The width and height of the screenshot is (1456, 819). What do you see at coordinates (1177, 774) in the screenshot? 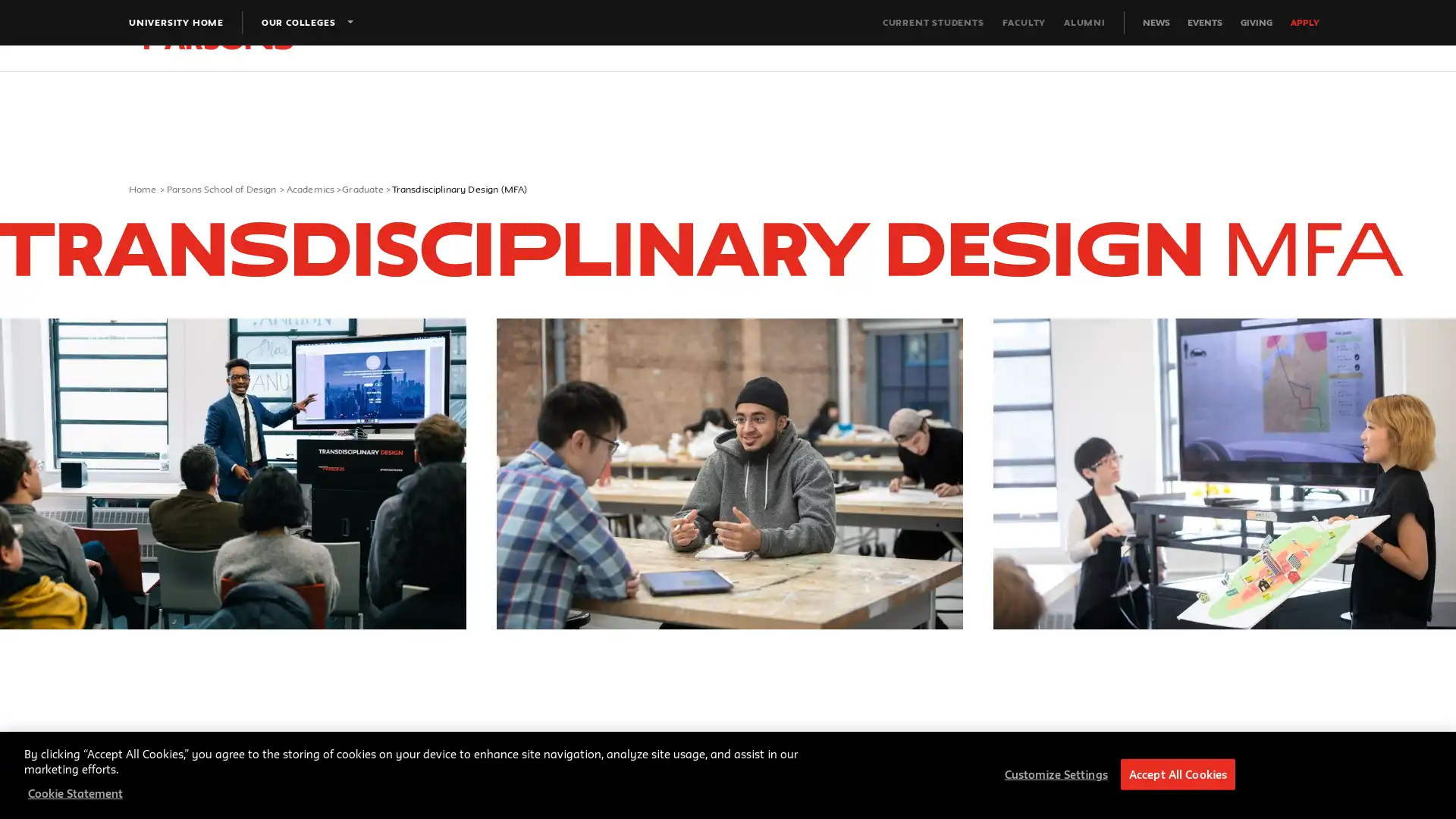
I see `Accept All Cookies` at bounding box center [1177, 774].